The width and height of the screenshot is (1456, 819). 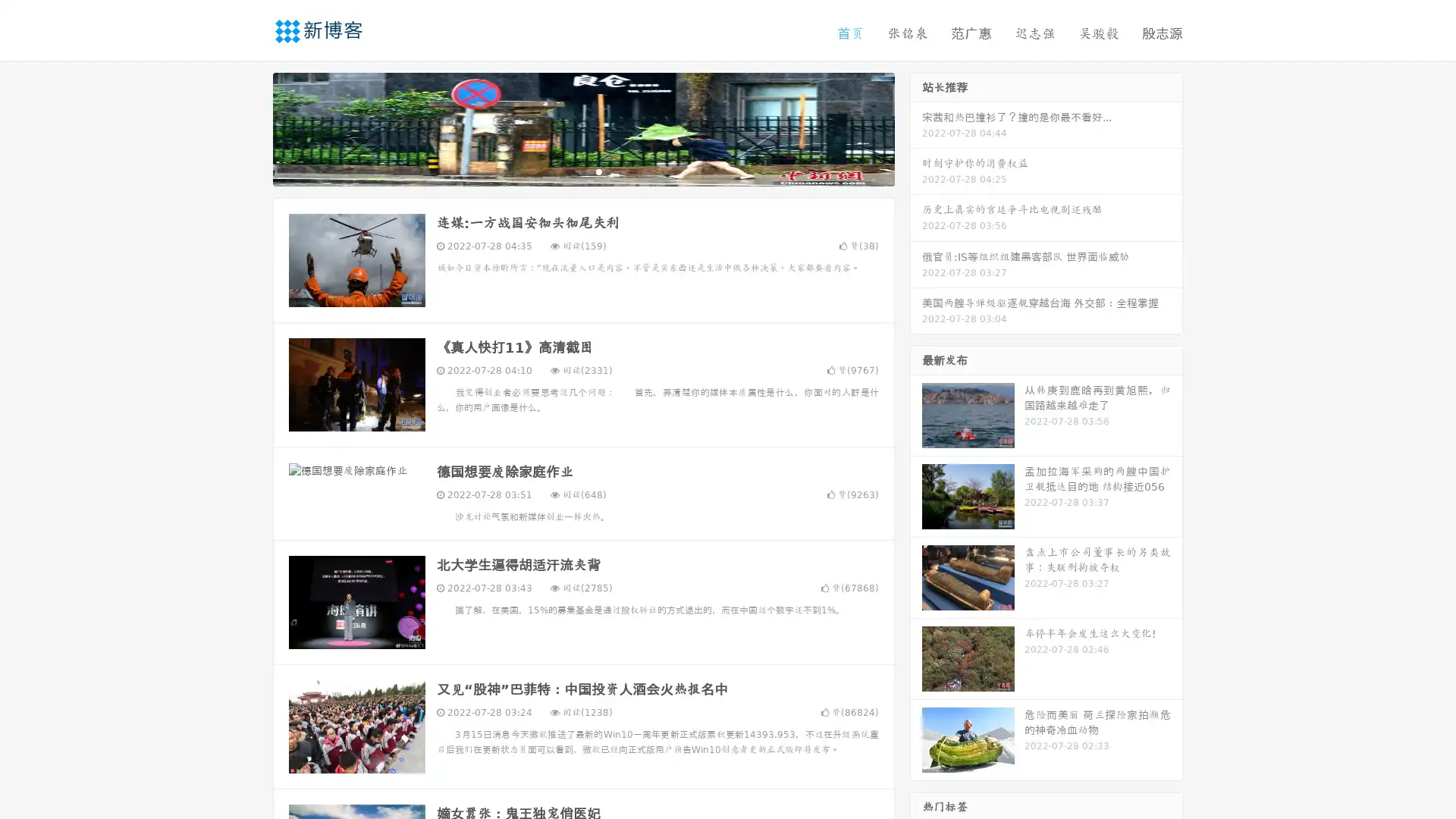 What do you see at coordinates (582, 171) in the screenshot?
I see `Go to slide 2` at bounding box center [582, 171].